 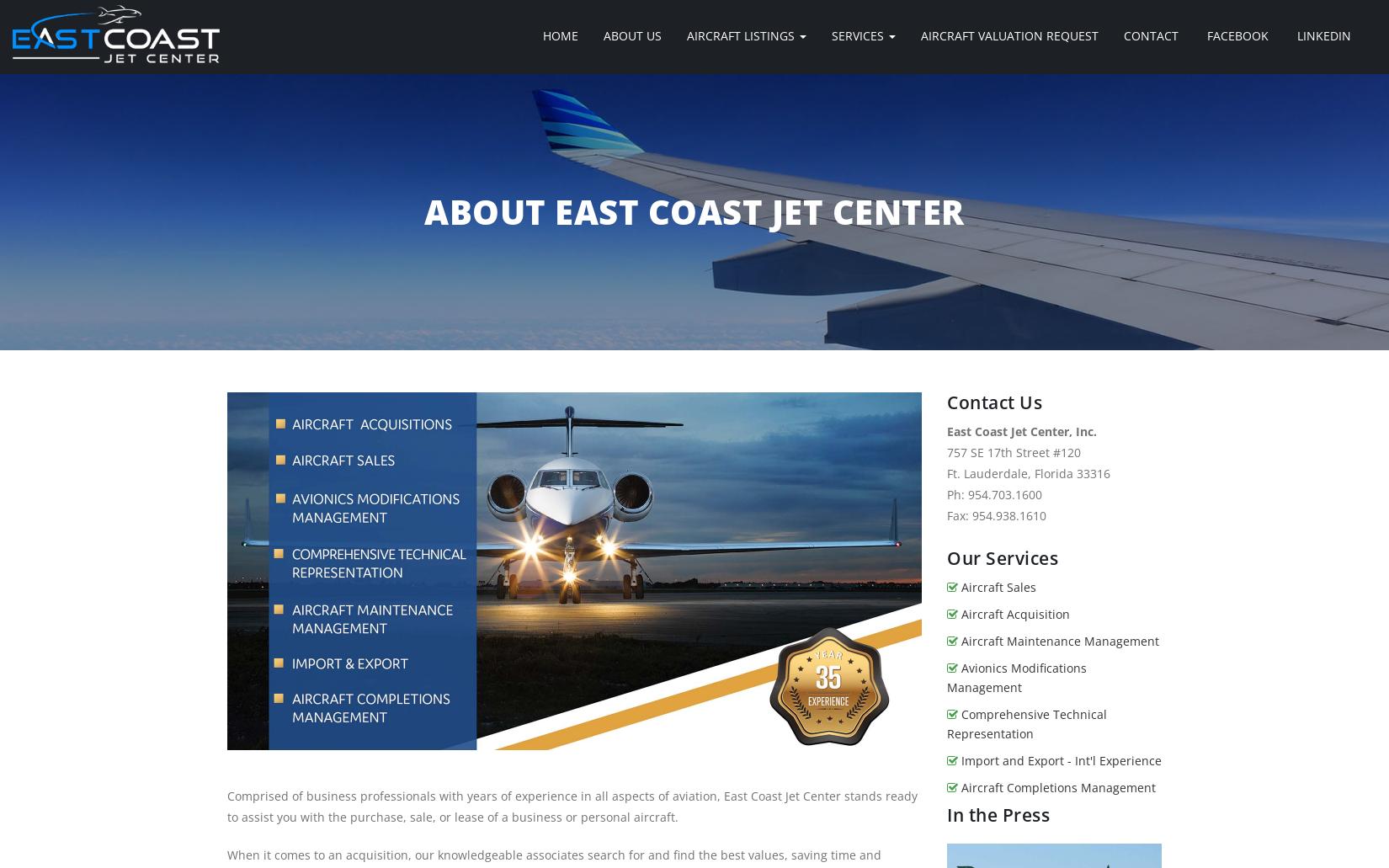 What do you see at coordinates (859, 35) in the screenshot?
I see `'SERVICES'` at bounding box center [859, 35].